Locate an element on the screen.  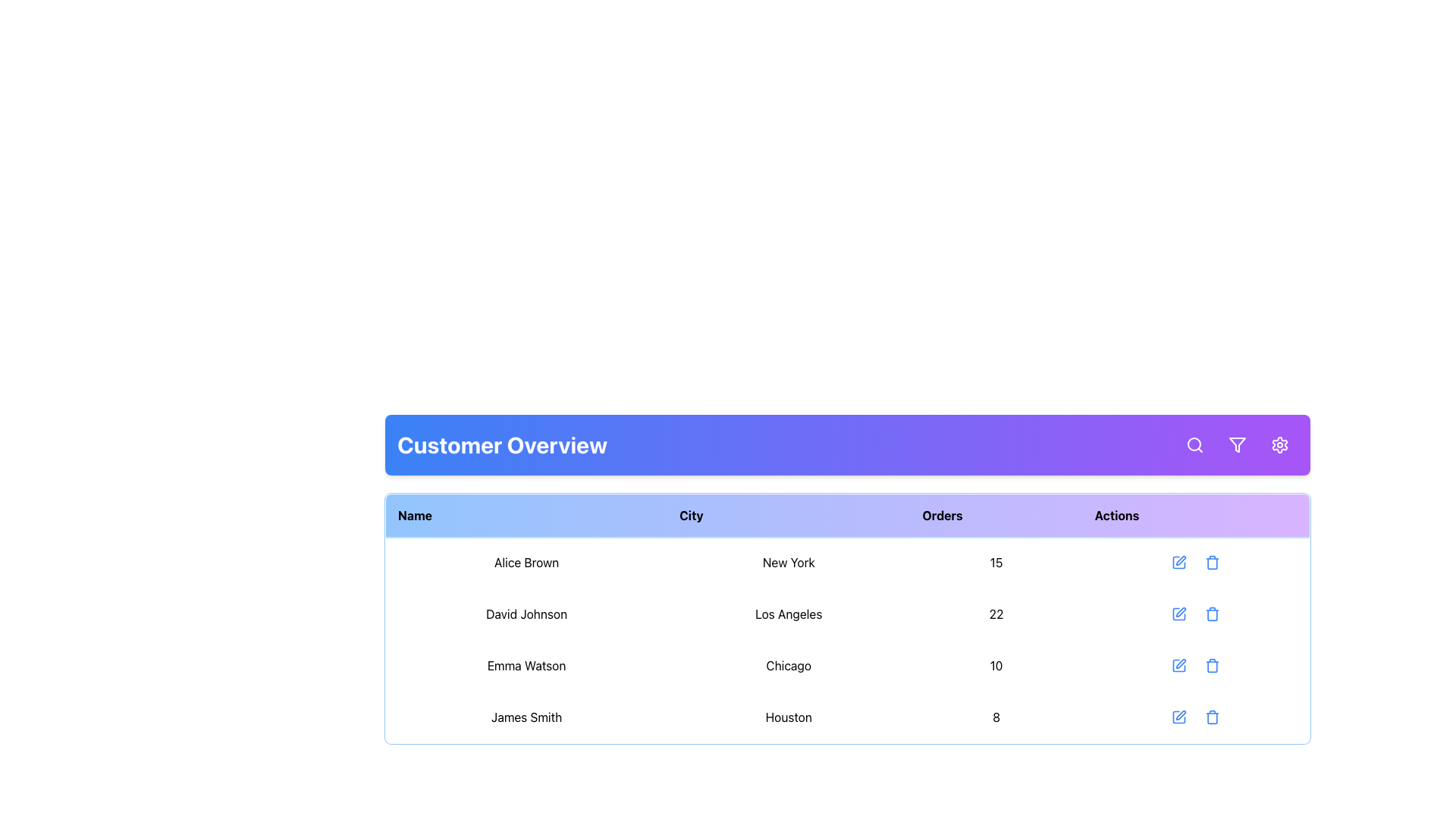
the circular search button located in the top section of the interface with a purple gradient background is located at coordinates (1194, 444).